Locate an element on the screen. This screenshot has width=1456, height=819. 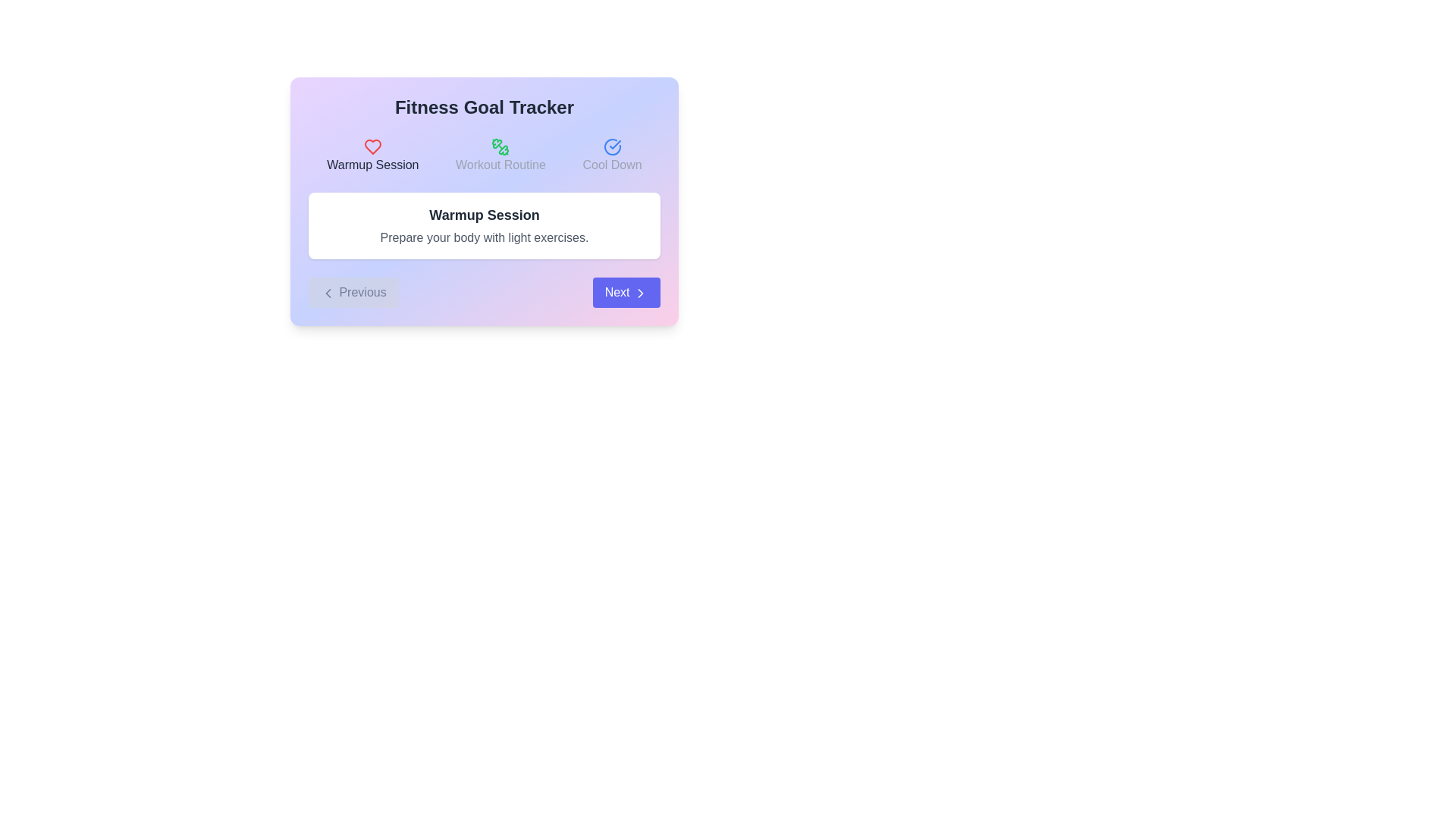
the text label that indicates the selected or available routine type, located centrally in the upper portion of the interface is located at coordinates (500, 165).